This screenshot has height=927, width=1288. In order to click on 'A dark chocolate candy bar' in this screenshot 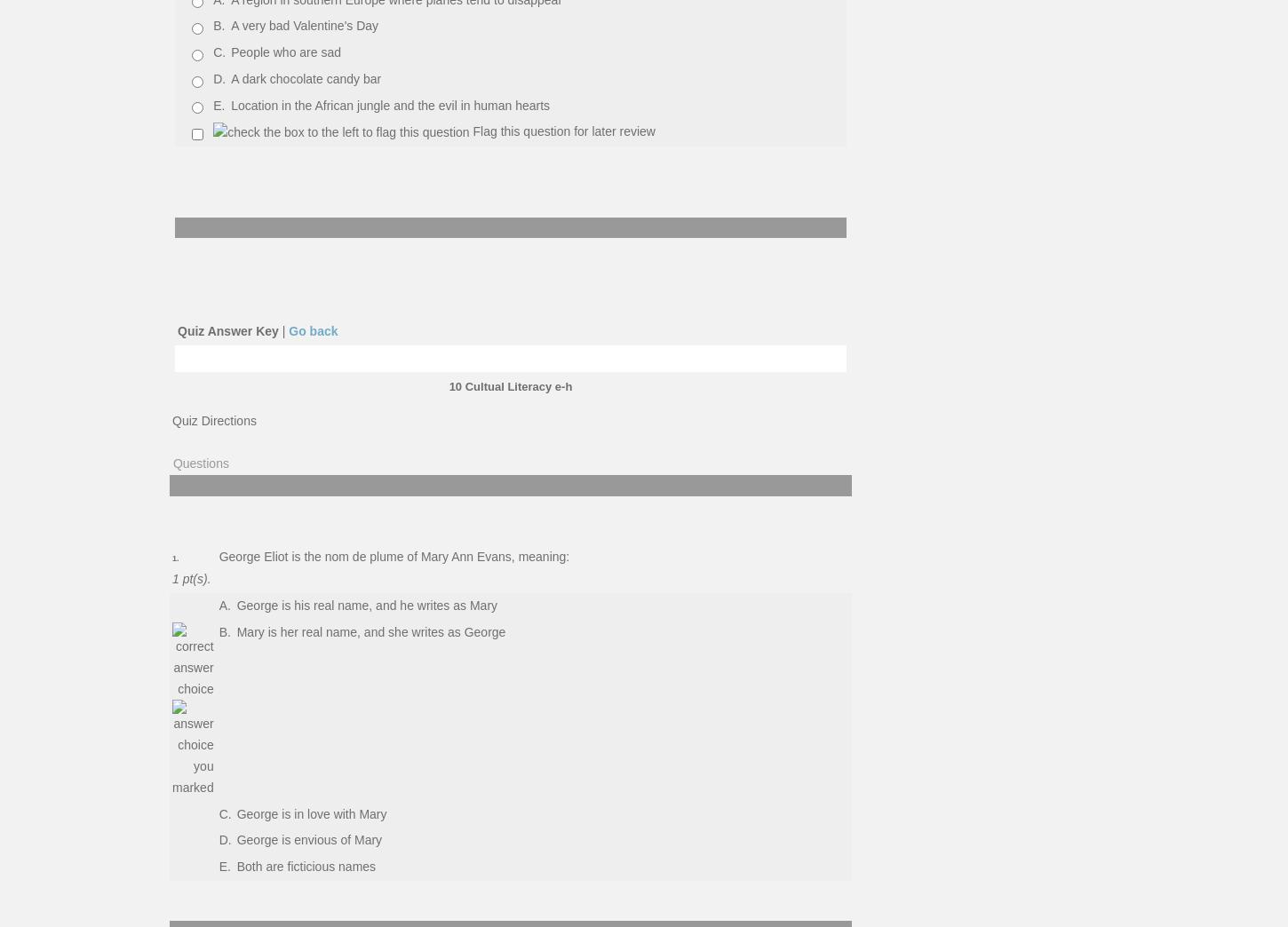, I will do `click(306, 78)`.